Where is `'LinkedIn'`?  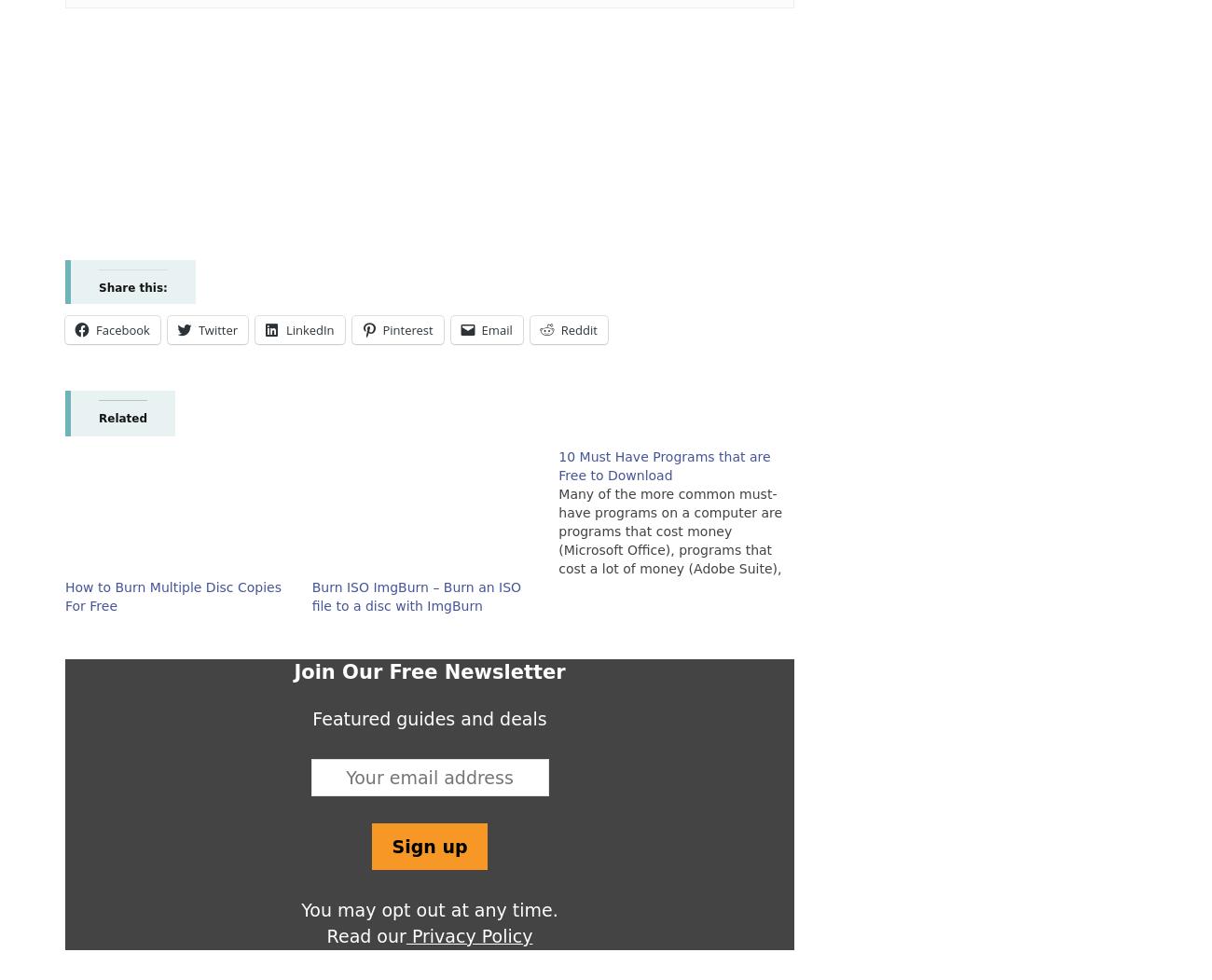
'LinkedIn' is located at coordinates (309, 329).